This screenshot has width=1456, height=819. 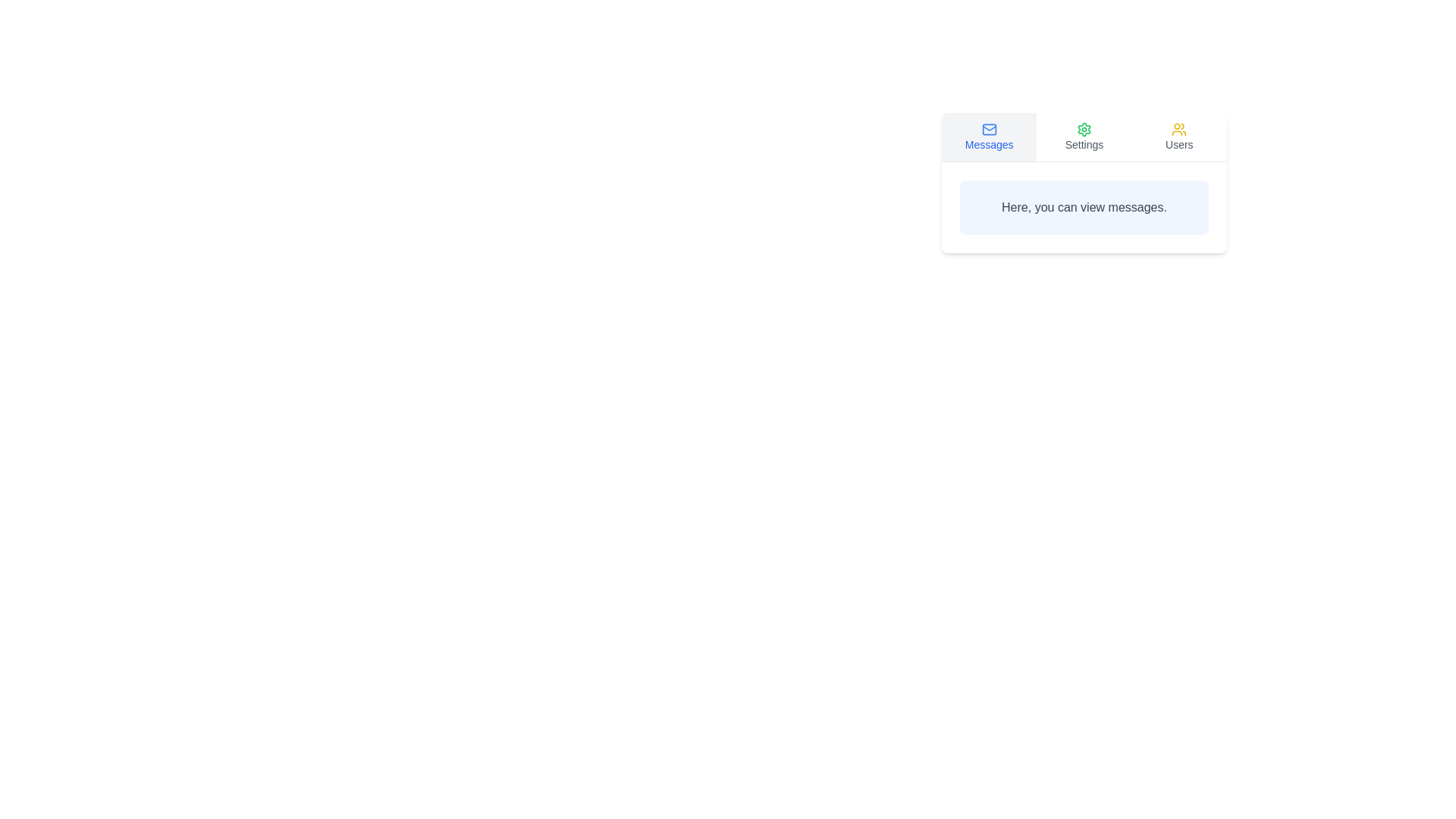 I want to click on the Messages tab, so click(x=989, y=137).